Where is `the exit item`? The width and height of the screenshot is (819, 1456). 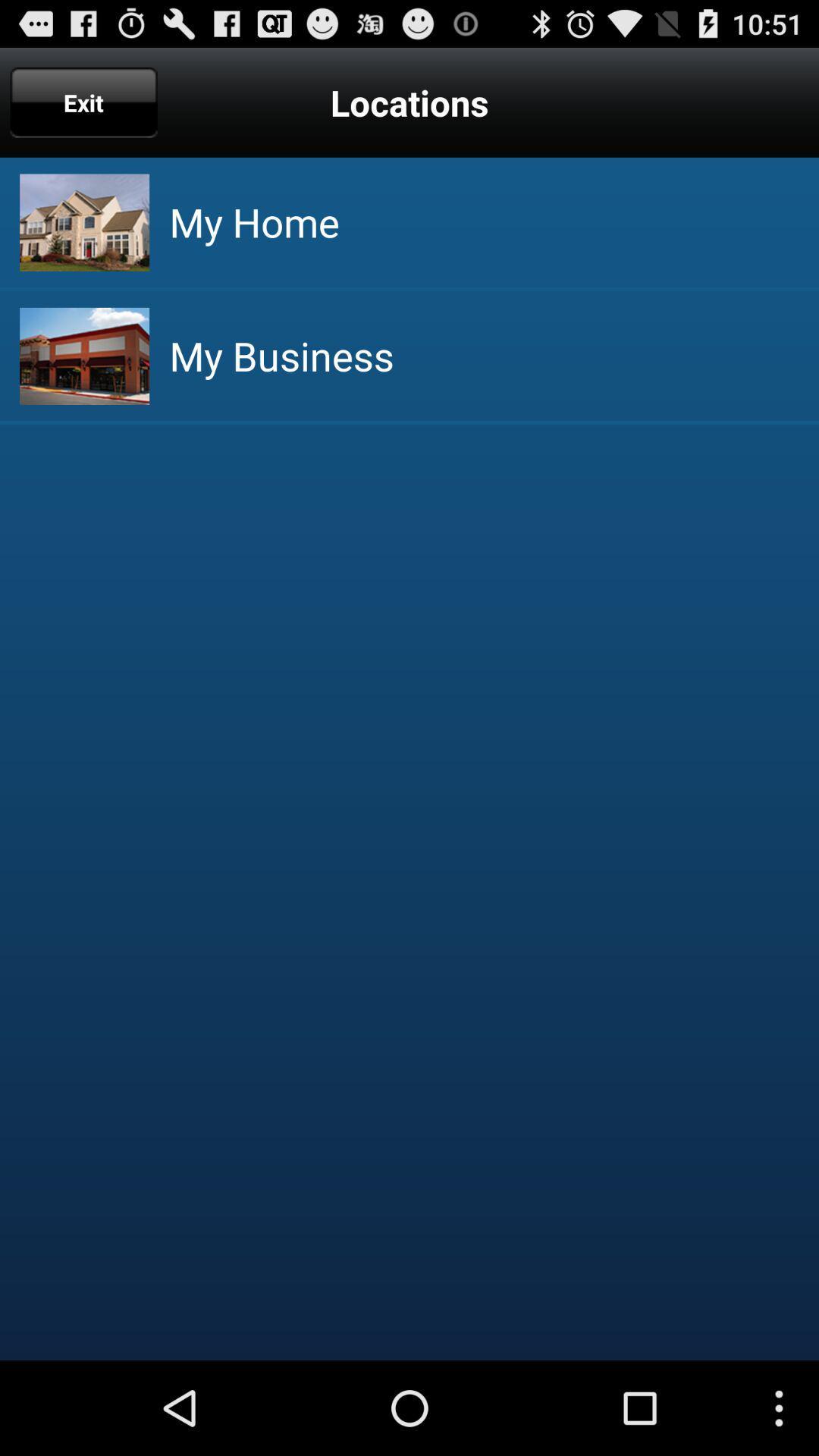
the exit item is located at coordinates (83, 102).